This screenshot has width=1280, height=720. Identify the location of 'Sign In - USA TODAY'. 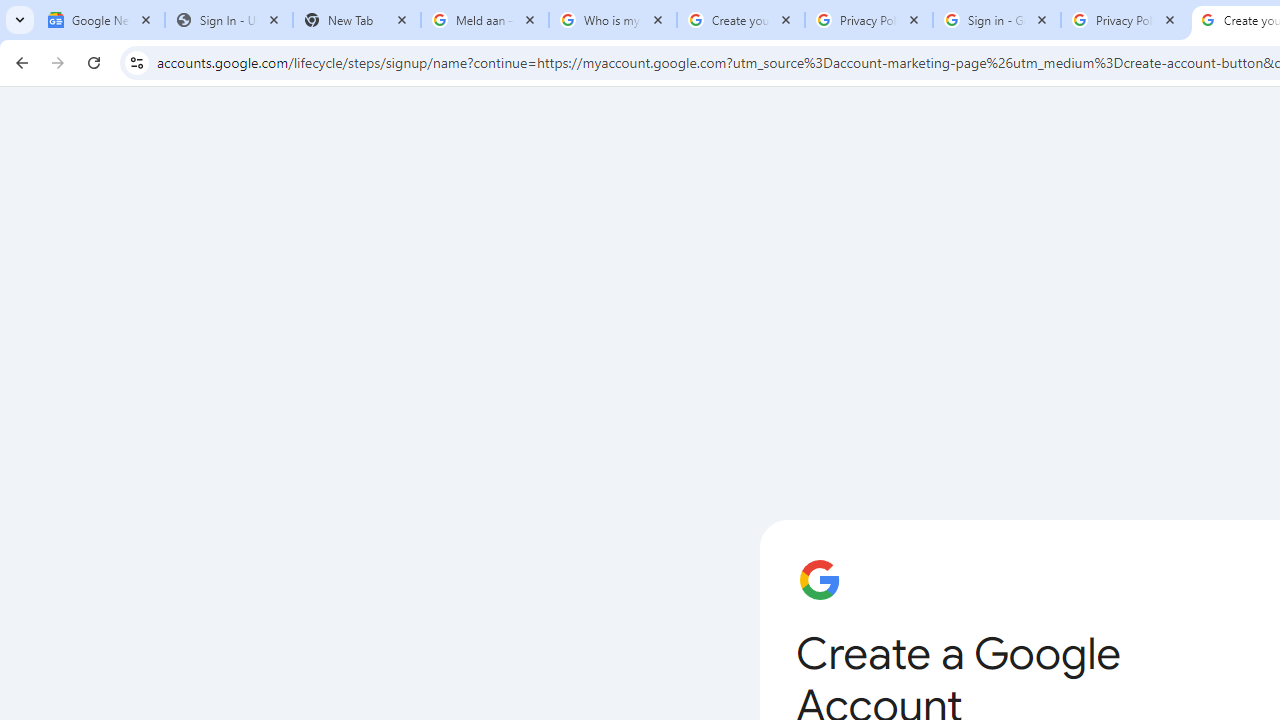
(229, 20).